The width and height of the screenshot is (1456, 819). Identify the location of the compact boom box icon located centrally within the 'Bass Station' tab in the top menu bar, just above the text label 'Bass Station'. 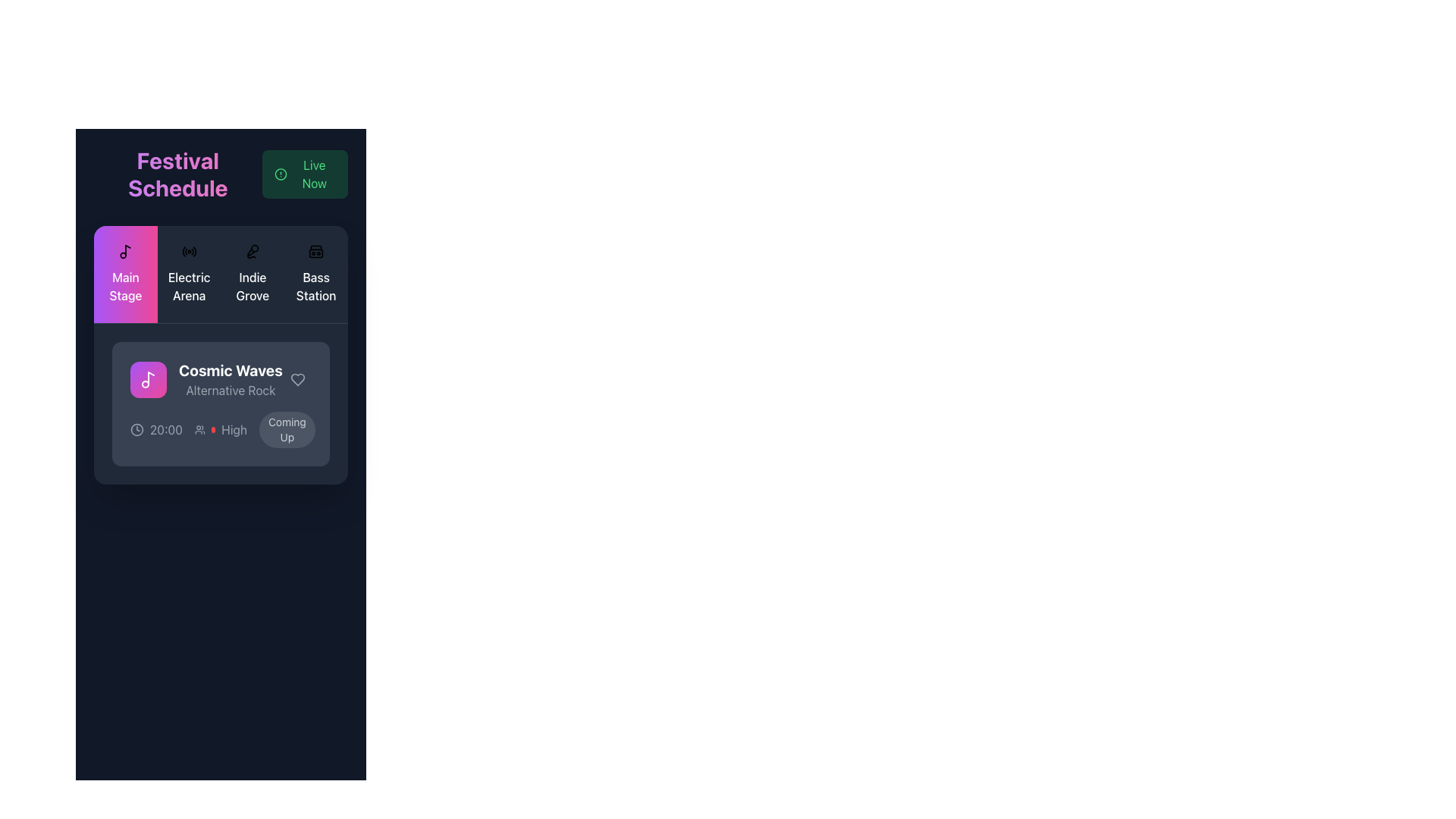
(315, 250).